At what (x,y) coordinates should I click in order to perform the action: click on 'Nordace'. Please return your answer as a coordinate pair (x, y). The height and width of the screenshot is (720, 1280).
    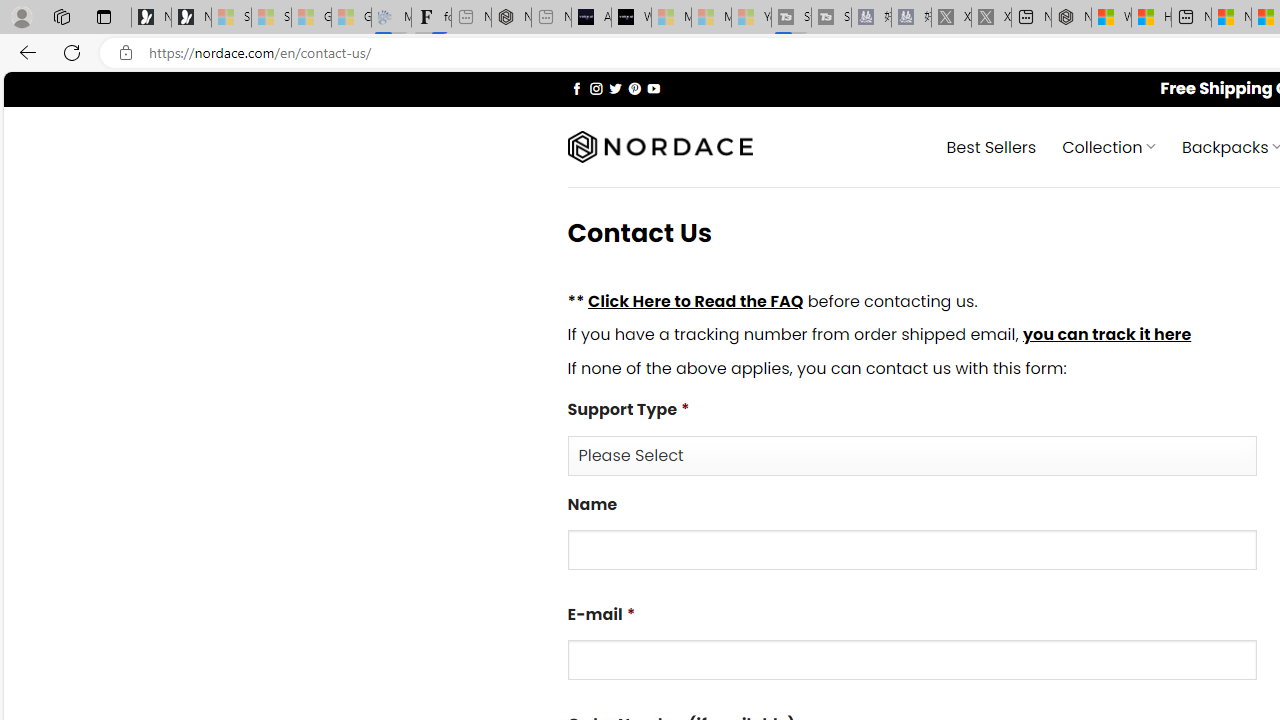
    Looking at the image, I should click on (659, 146).